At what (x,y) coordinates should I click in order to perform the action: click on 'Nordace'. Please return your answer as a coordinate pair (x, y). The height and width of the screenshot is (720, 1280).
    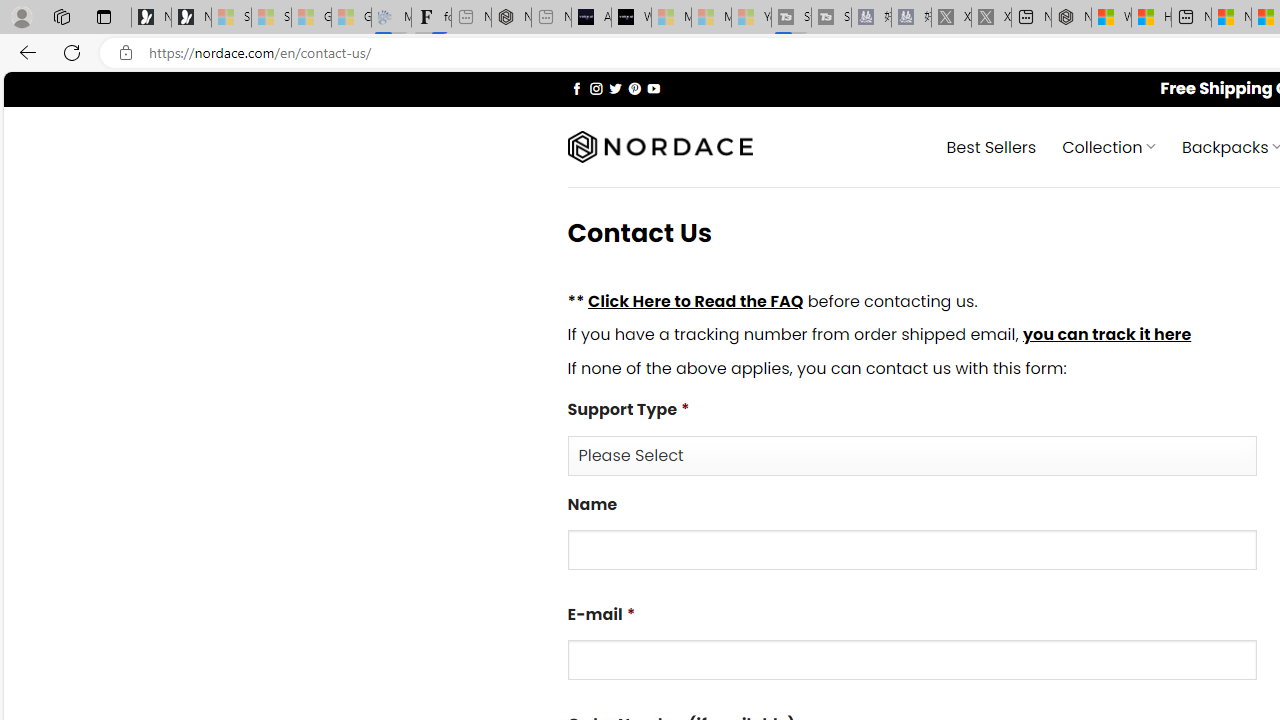
    Looking at the image, I should click on (659, 146).